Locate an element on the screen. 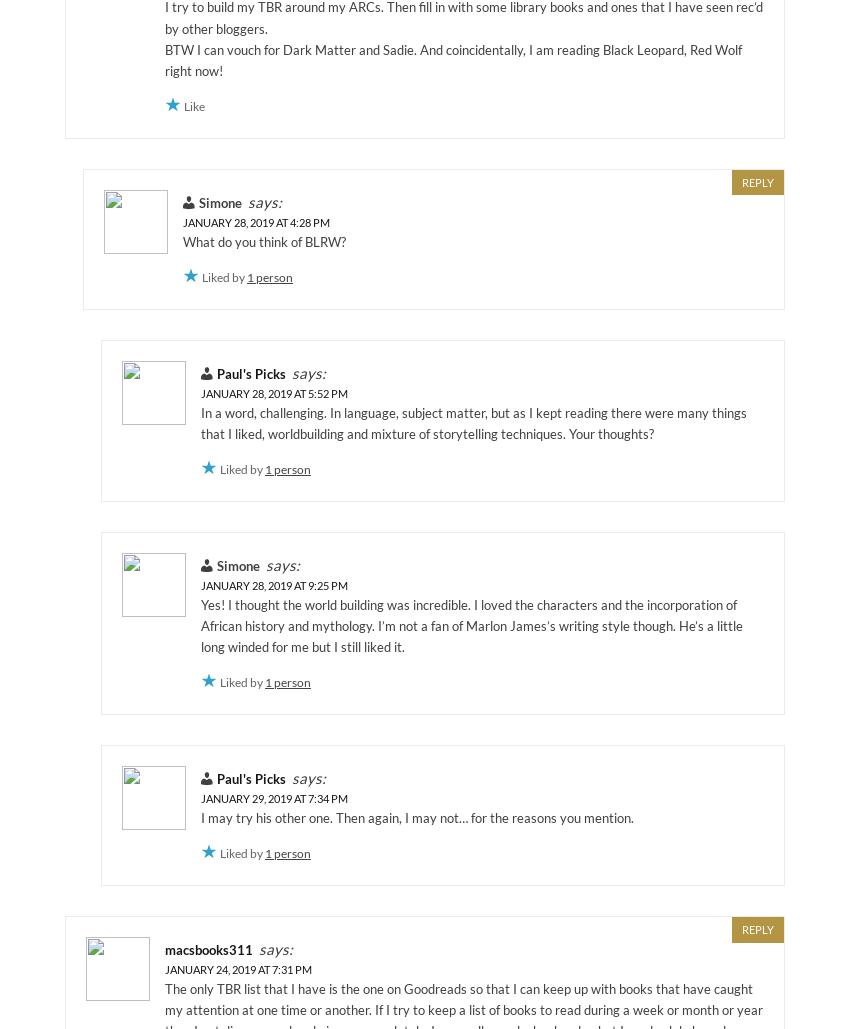 The image size is (850, 1029). 'Like' is located at coordinates (193, 104).